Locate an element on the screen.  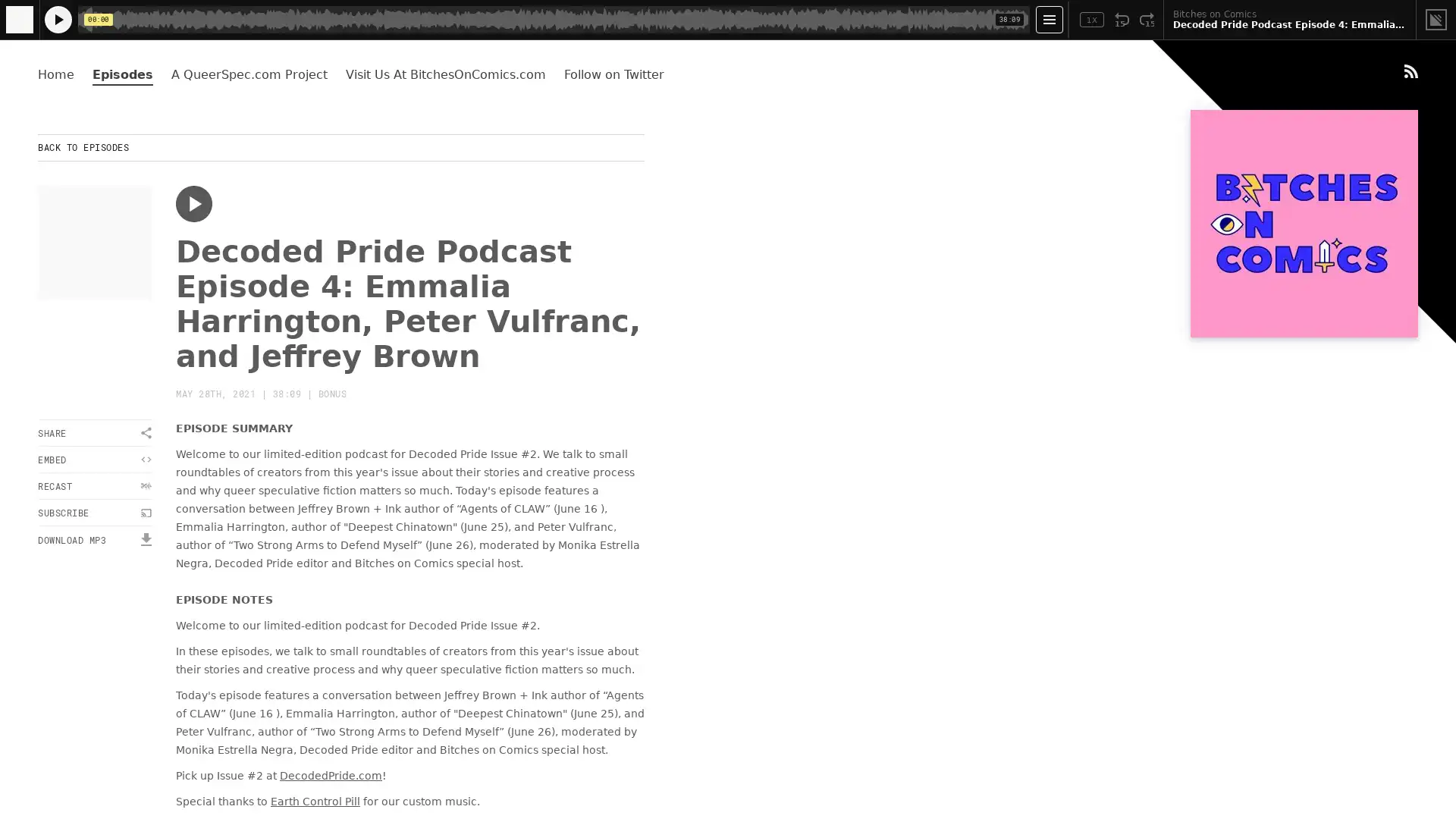
BACK TO EPISODES is located at coordinates (340, 148).